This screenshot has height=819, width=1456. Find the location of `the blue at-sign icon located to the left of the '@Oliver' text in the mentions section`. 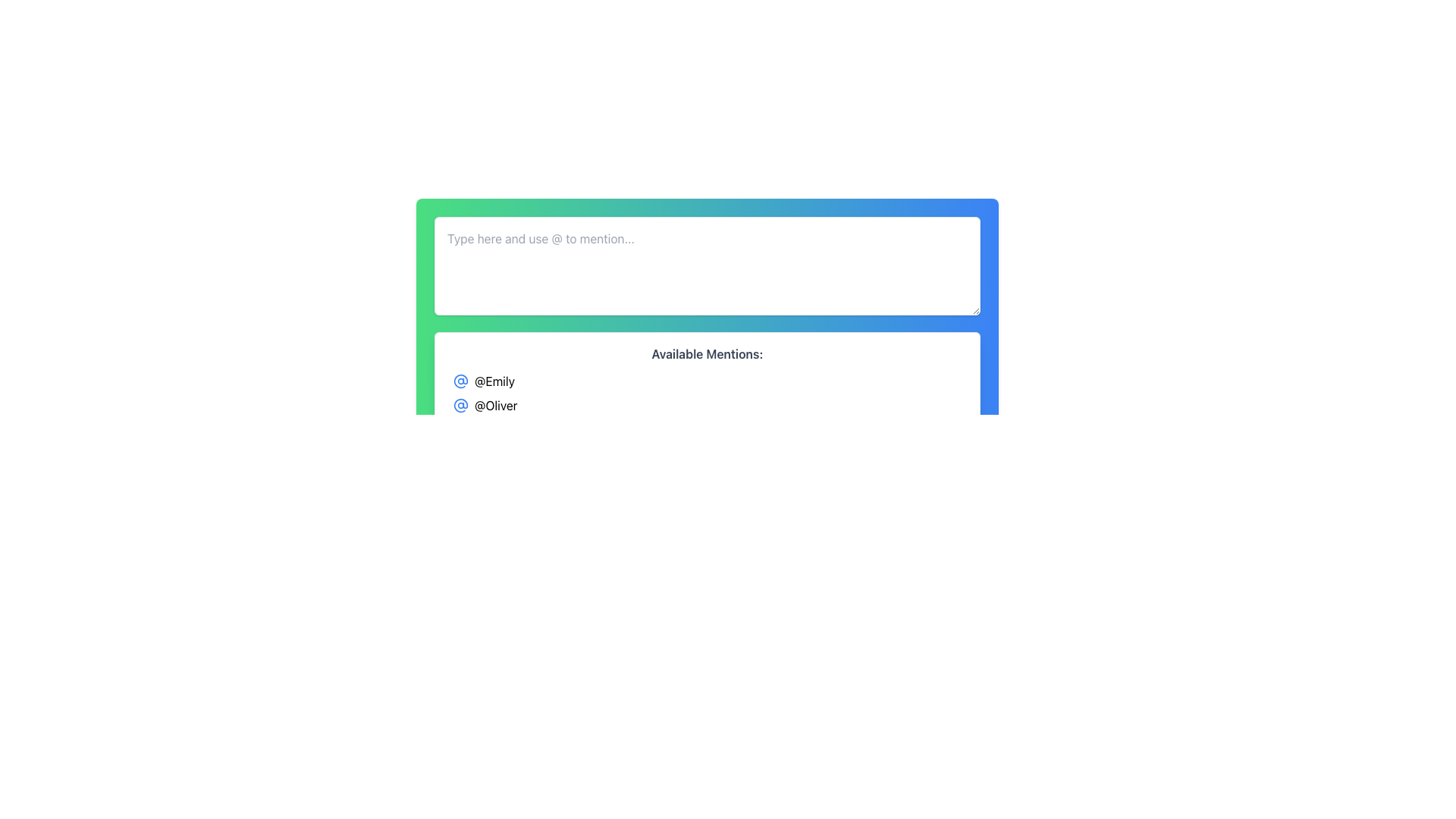

the blue at-sign icon located to the left of the '@Oliver' text in the mentions section is located at coordinates (460, 405).